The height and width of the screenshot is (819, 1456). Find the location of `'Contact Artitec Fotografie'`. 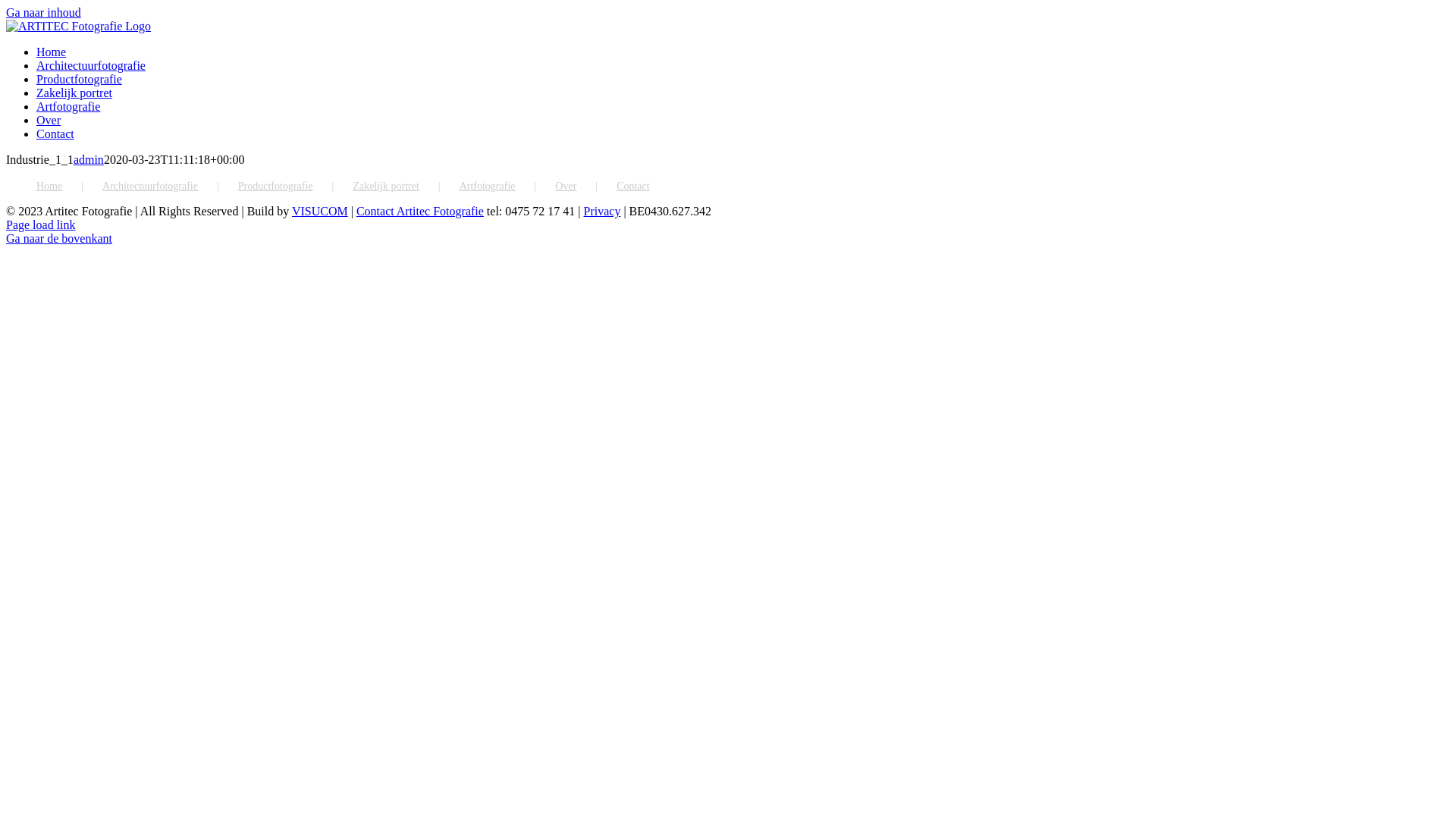

'Contact Artitec Fotografie' is located at coordinates (419, 211).